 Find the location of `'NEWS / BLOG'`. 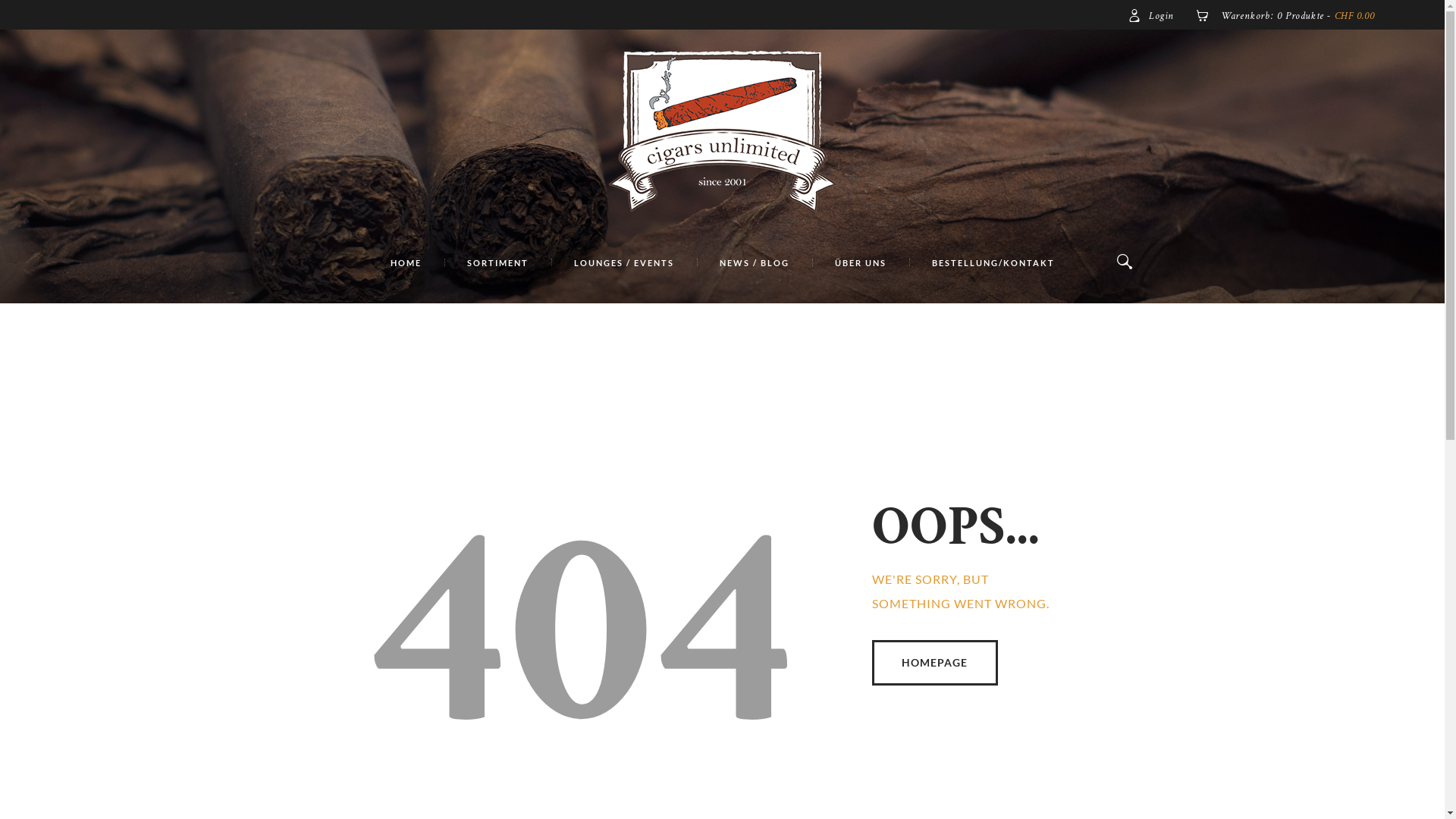

'NEWS / BLOG' is located at coordinates (753, 262).